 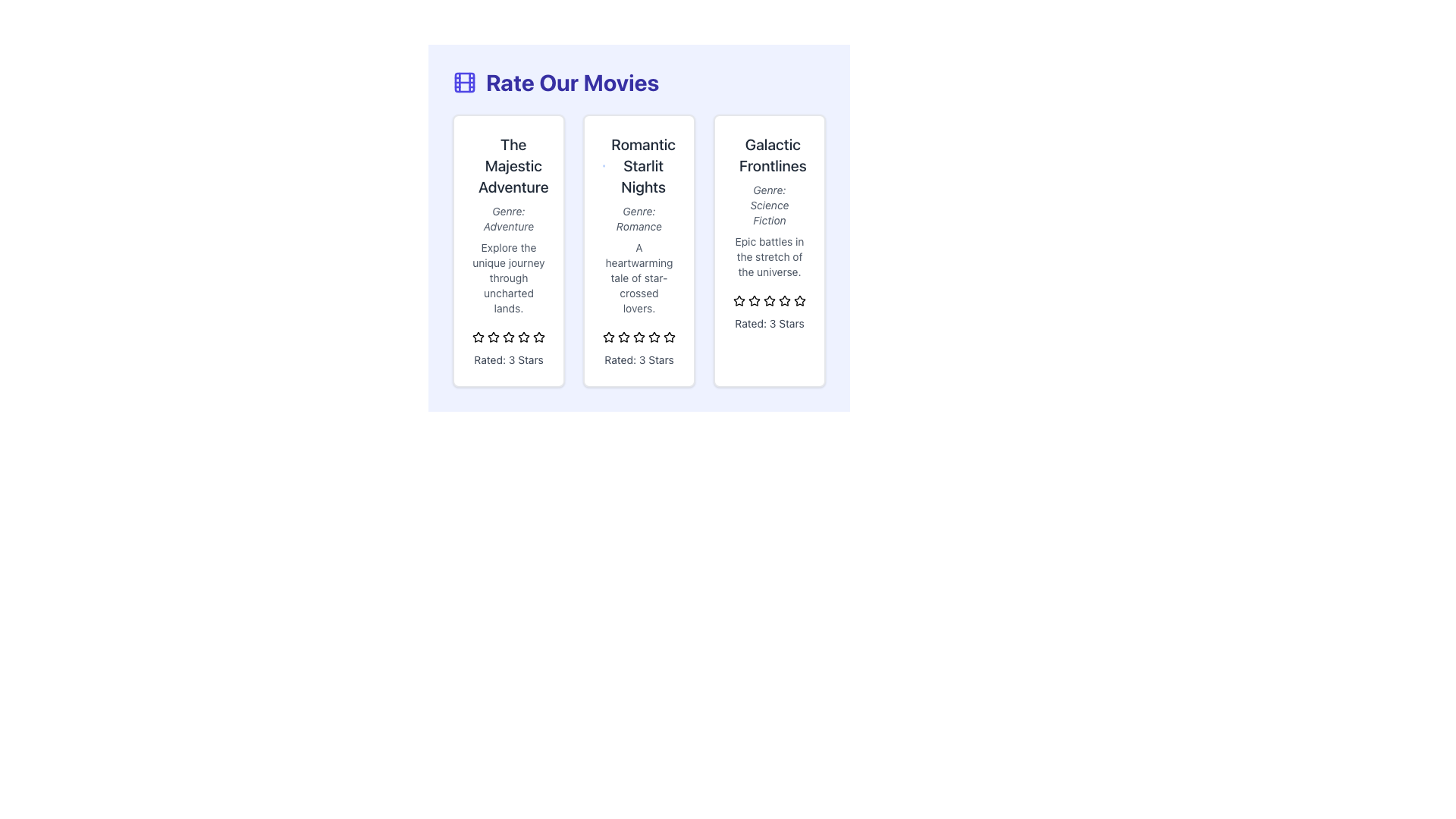 I want to click on the rating Text Label located at the bottom edge of the 'Romantic Starlit Nights' card, which displays the rating of the associated content item, so click(x=639, y=359).